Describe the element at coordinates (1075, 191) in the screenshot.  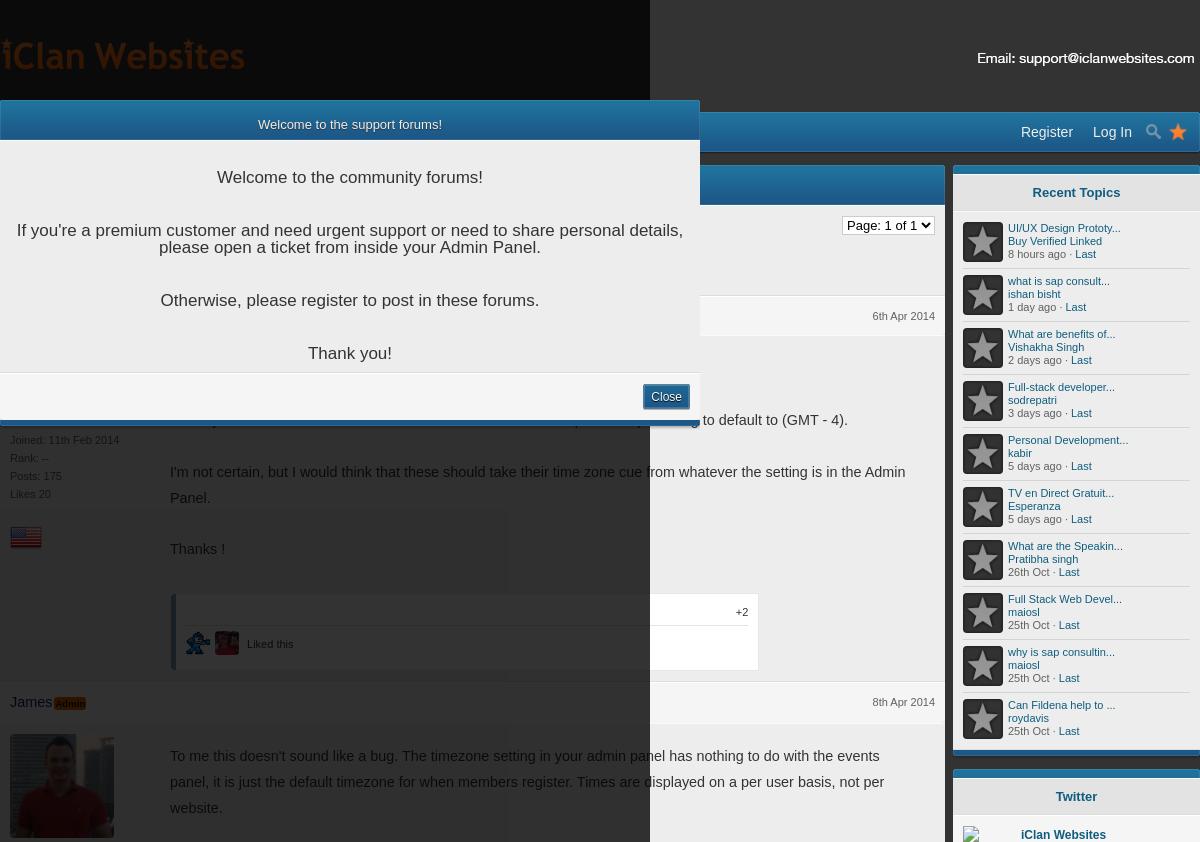
I see `'Recent Topics'` at that location.